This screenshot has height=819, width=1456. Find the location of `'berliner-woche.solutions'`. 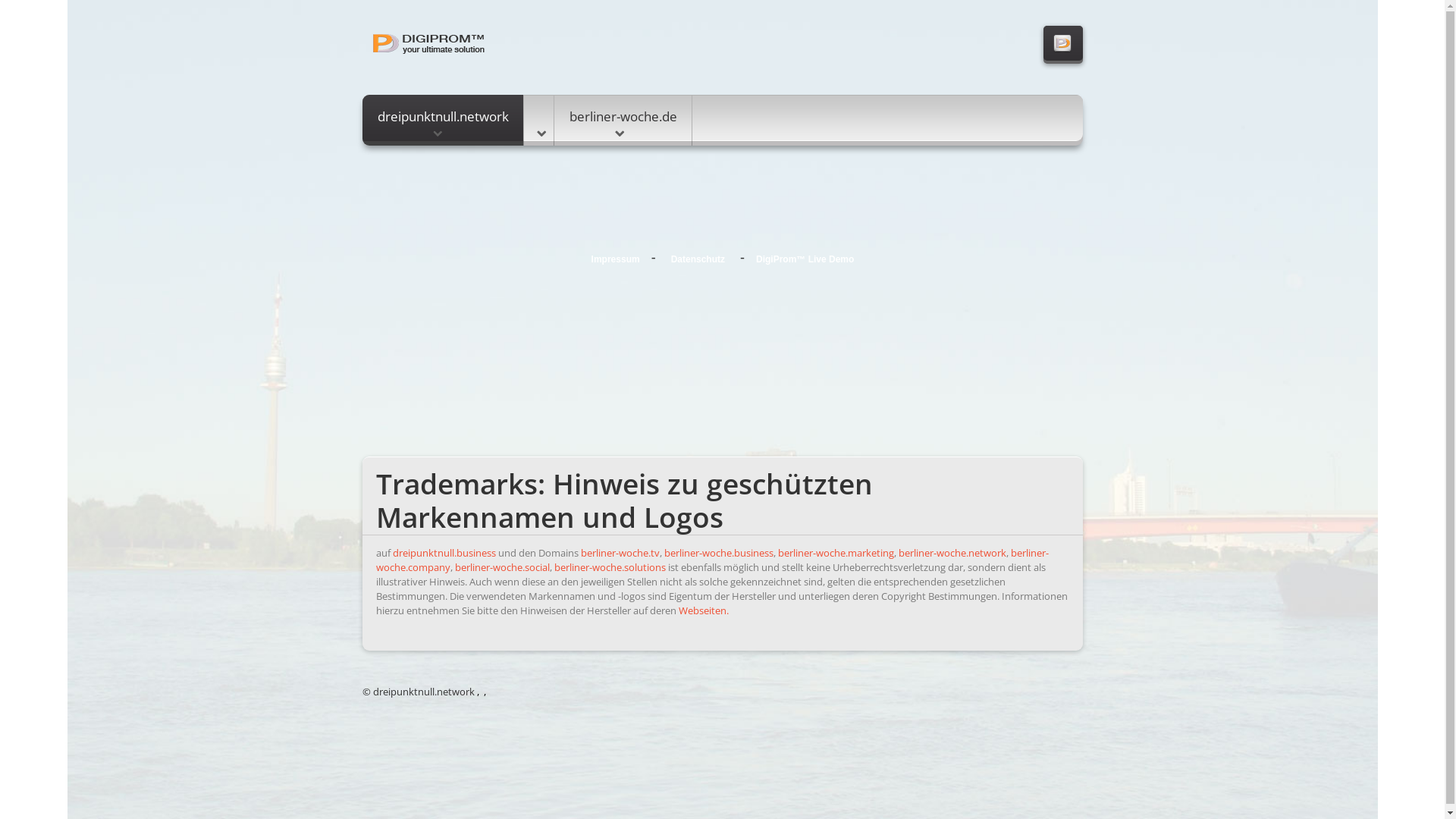

'berliner-woche.solutions' is located at coordinates (552, 567).